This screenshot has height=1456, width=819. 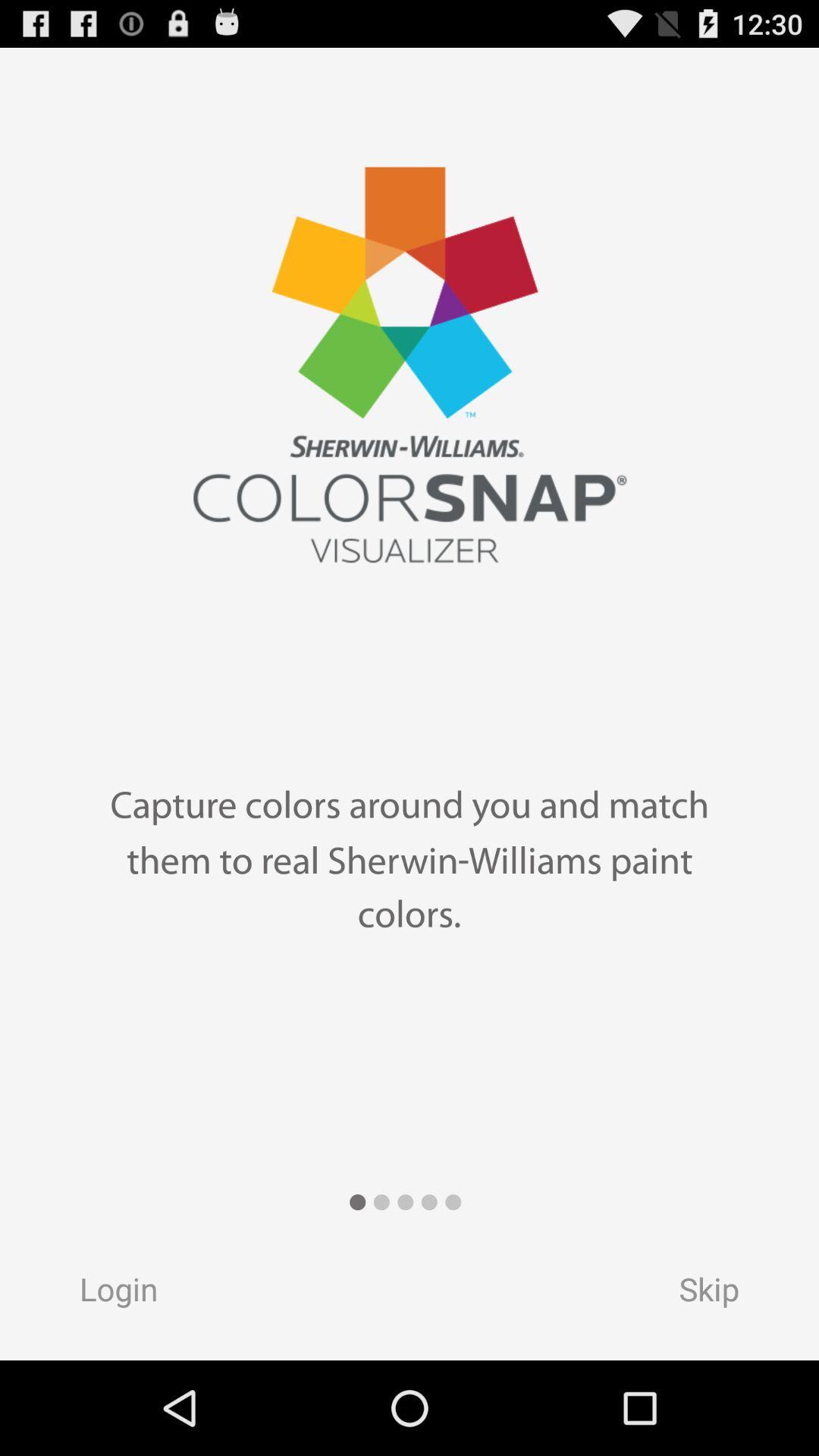 What do you see at coordinates (103, 1293) in the screenshot?
I see `the item at the bottom left corner` at bounding box center [103, 1293].